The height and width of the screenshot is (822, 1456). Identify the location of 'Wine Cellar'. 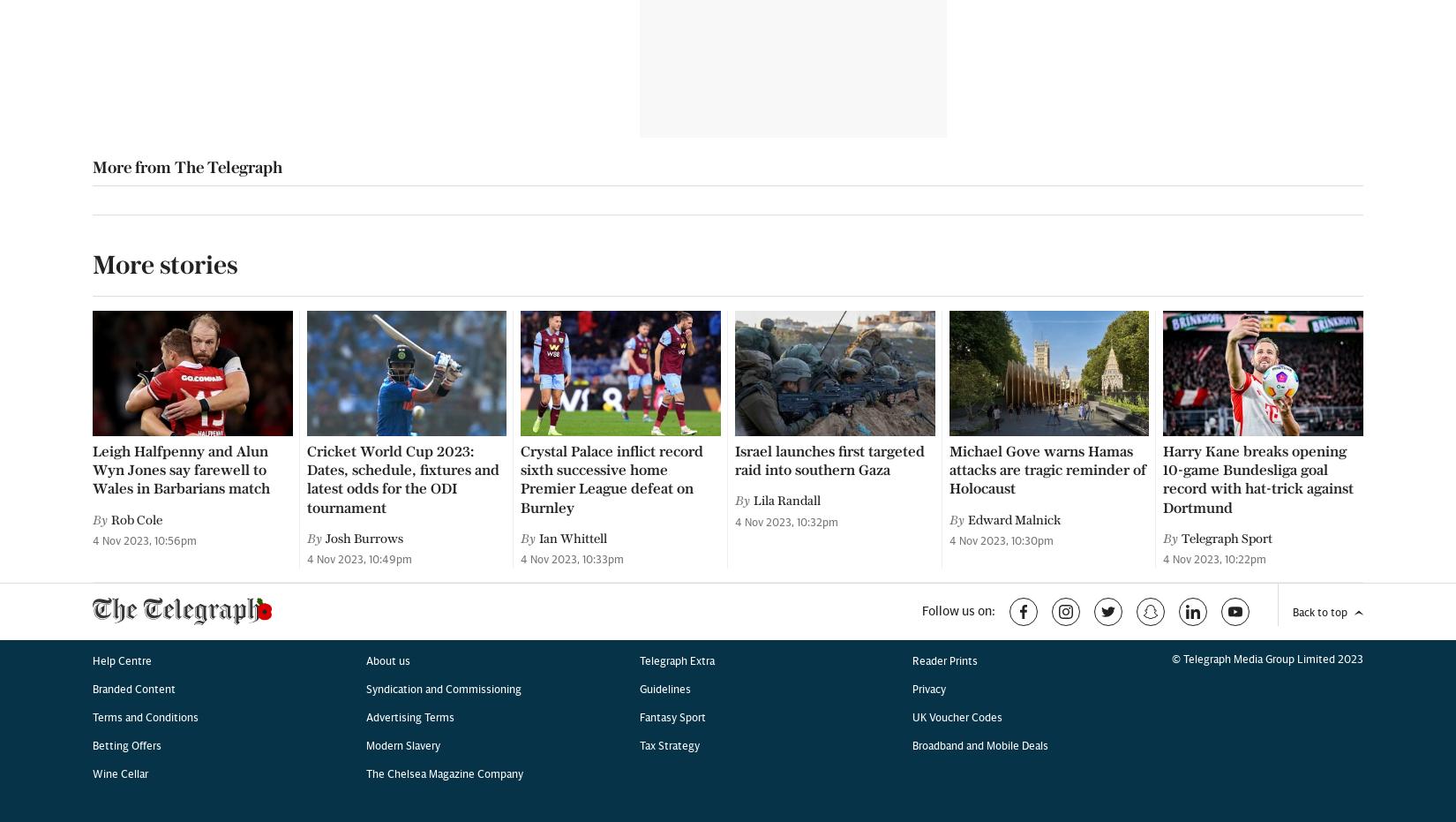
(120, 100).